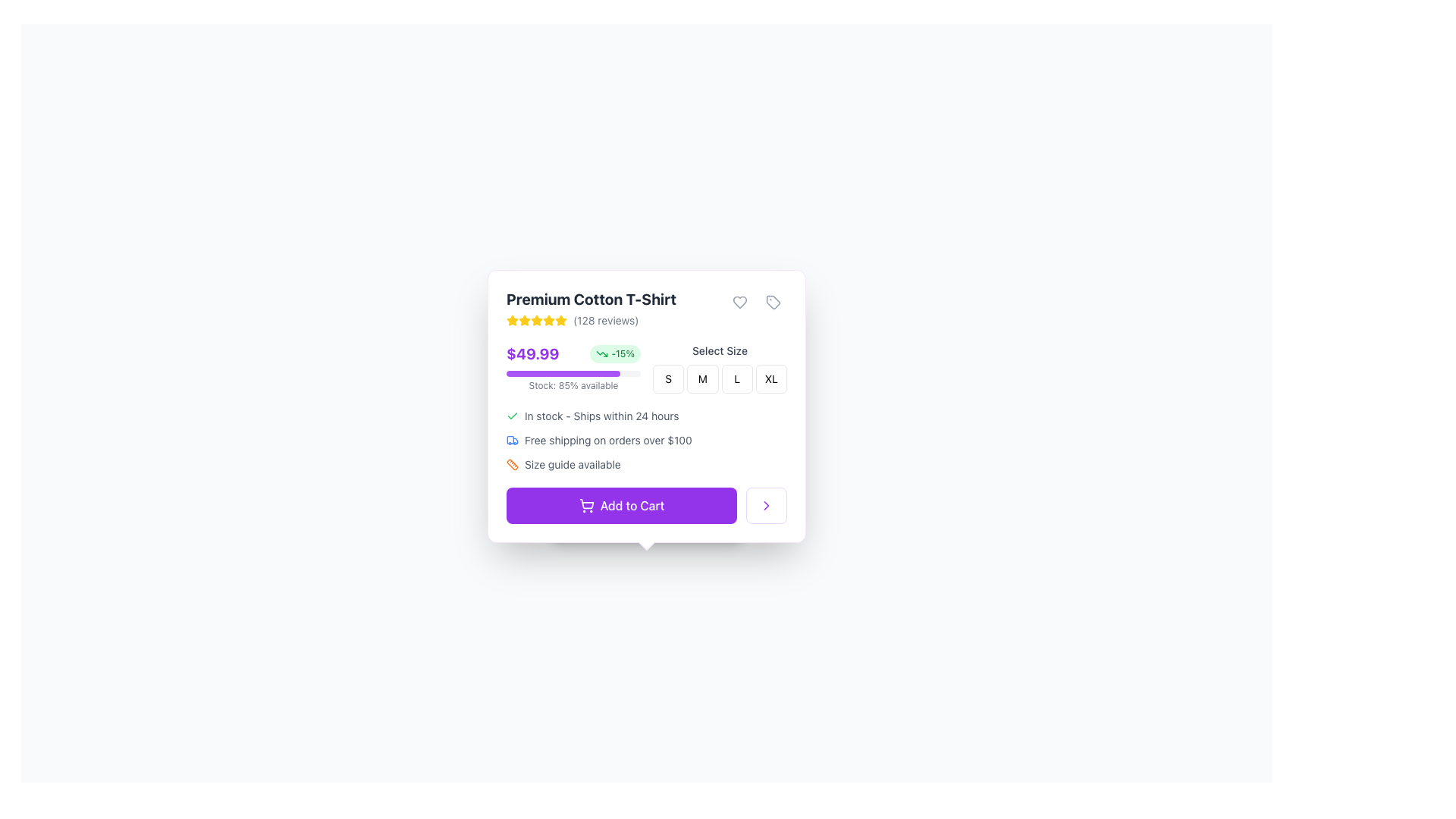 The width and height of the screenshot is (1456, 819). What do you see at coordinates (632, 506) in the screenshot?
I see `the text label that indicates the action of adding an item to the shopping cart, which is part of a button located near the bottom-center of the layout` at bounding box center [632, 506].